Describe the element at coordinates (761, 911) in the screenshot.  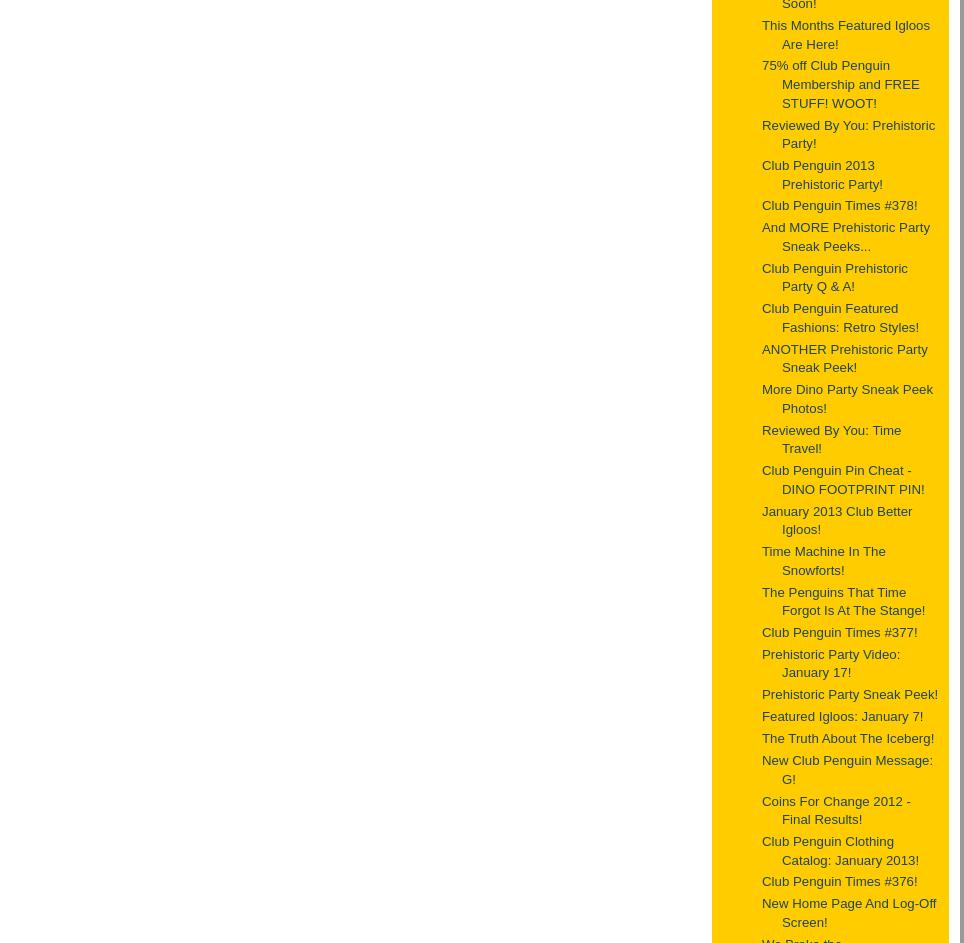
I see `'New Home Page And Log-Off Screen!'` at that location.